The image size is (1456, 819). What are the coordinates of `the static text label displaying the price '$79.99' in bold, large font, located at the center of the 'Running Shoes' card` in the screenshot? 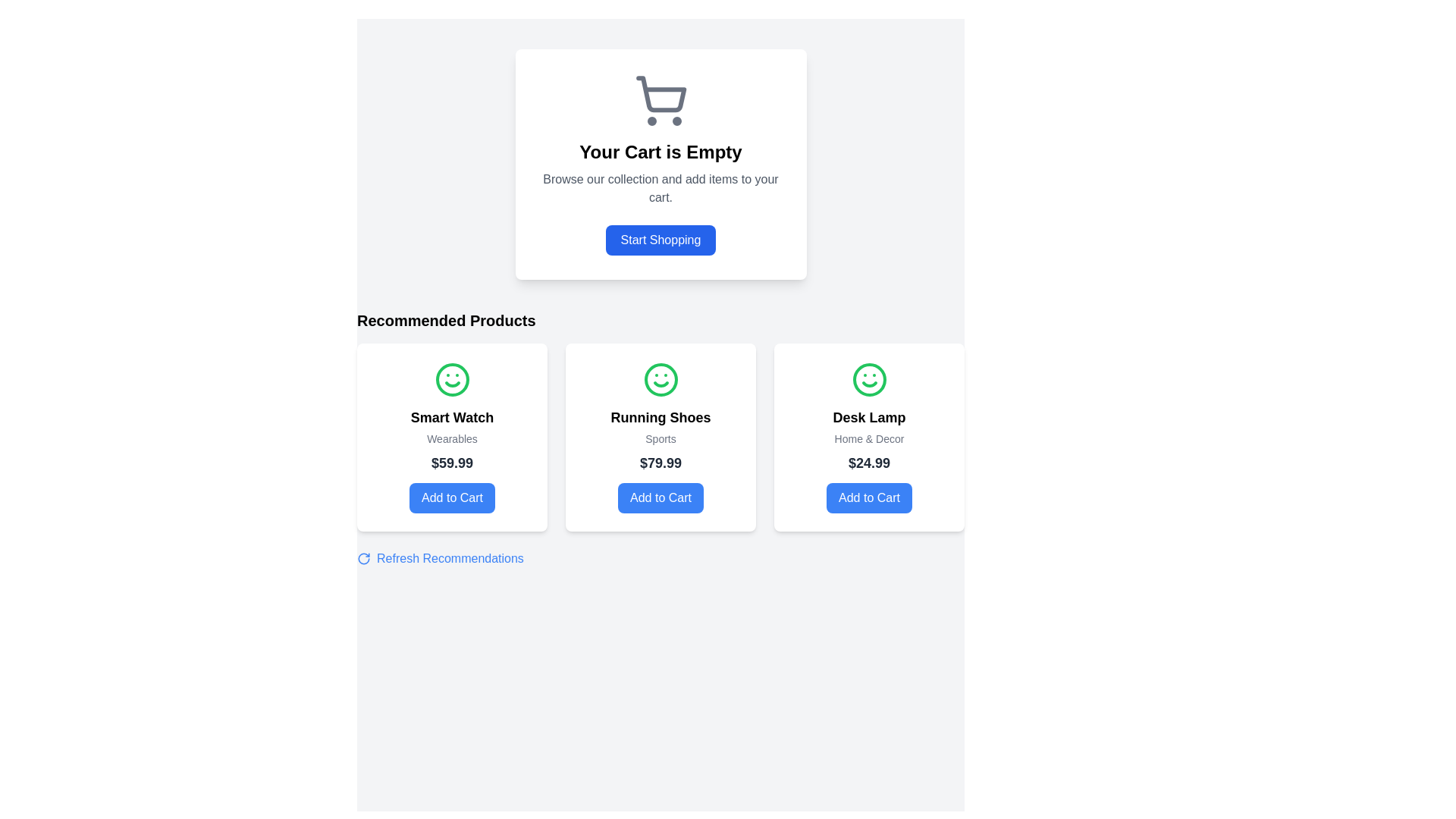 It's located at (661, 462).